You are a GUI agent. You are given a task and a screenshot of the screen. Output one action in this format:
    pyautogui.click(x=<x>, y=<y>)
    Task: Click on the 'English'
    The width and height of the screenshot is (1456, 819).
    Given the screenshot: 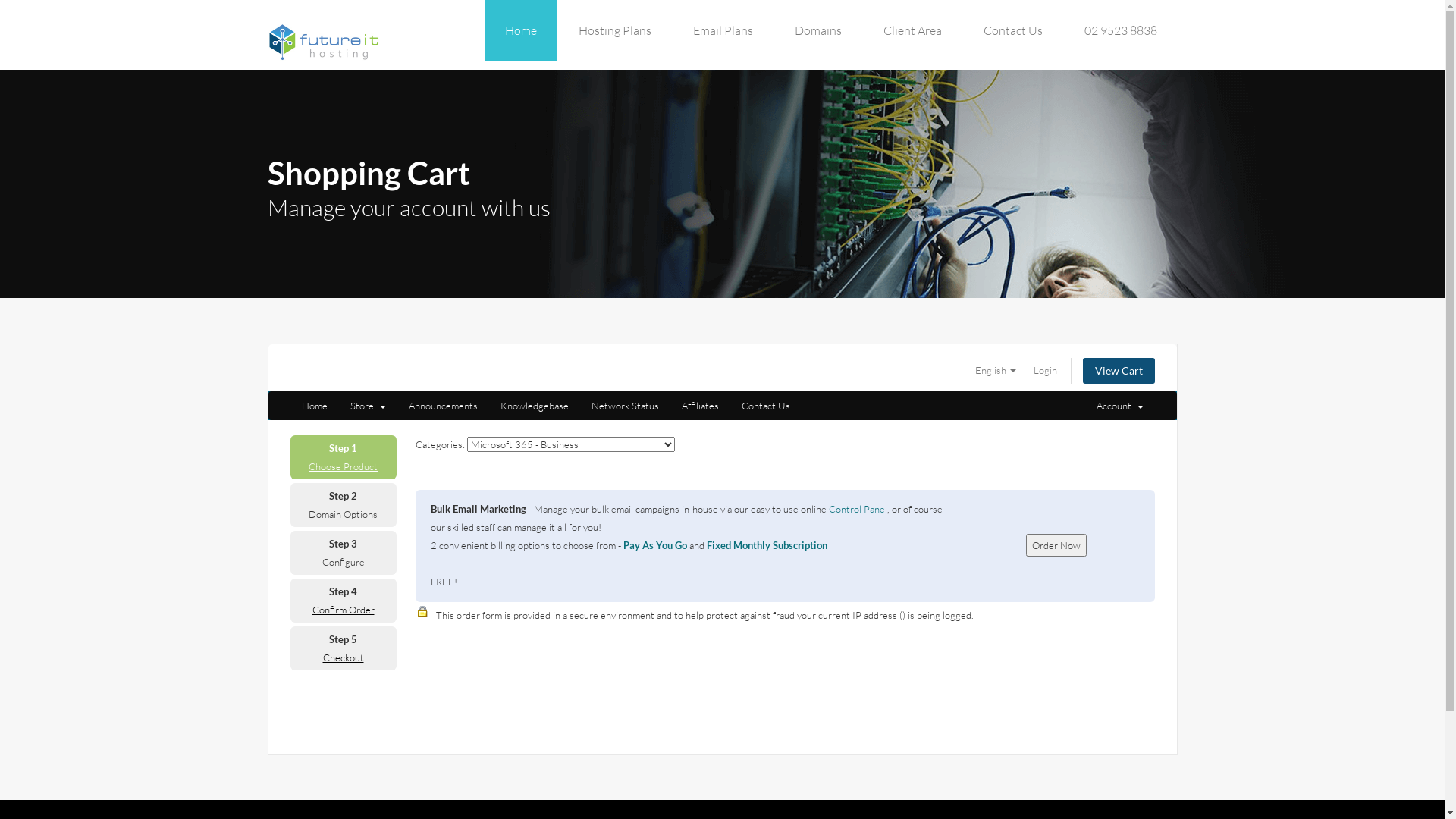 What is the action you would take?
    pyautogui.click(x=996, y=370)
    